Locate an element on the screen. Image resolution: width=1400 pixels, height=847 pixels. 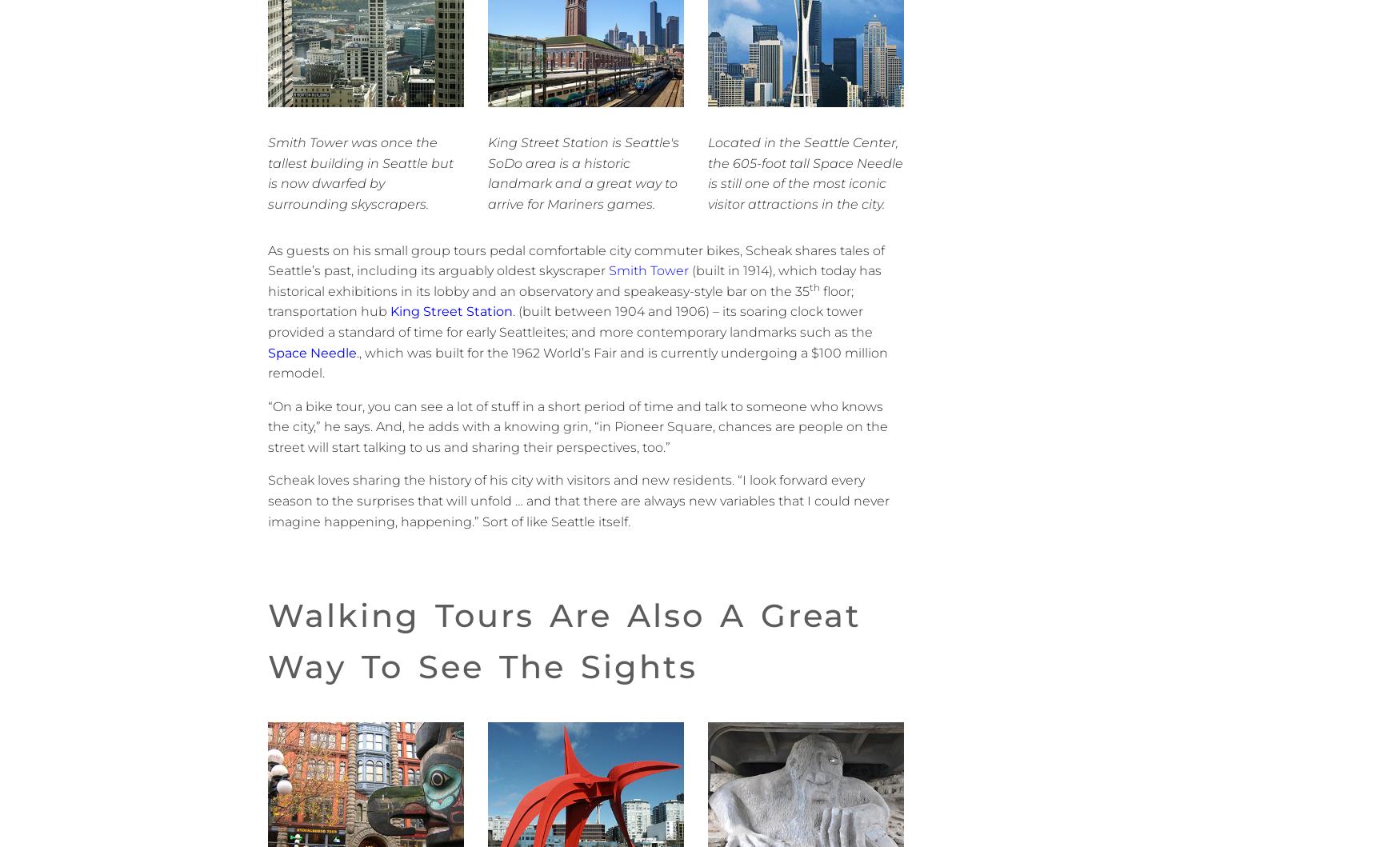
'Space Needle' is located at coordinates (311, 352).